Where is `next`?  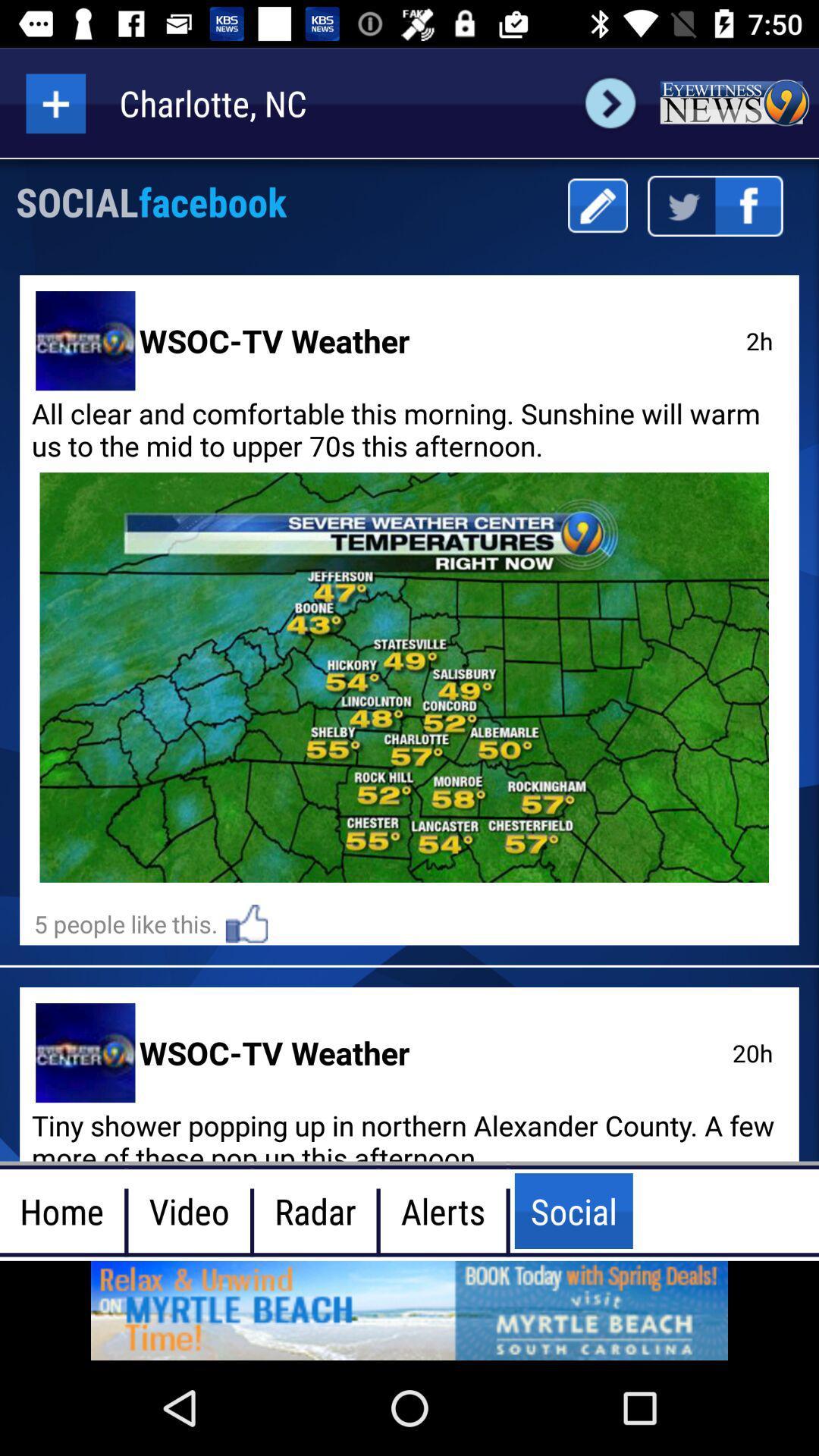
next is located at coordinates (610, 102).